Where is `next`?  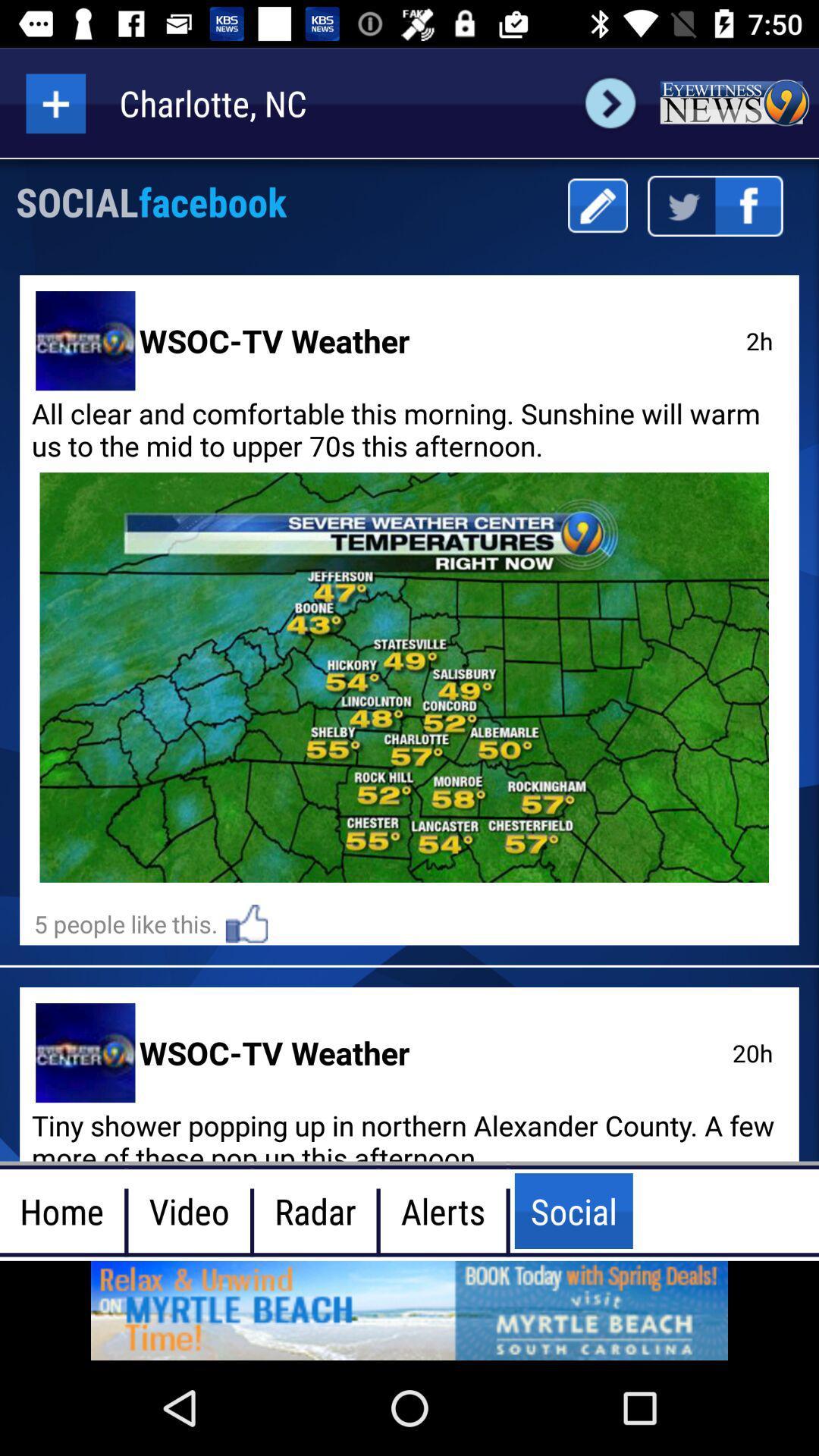
next is located at coordinates (610, 102).